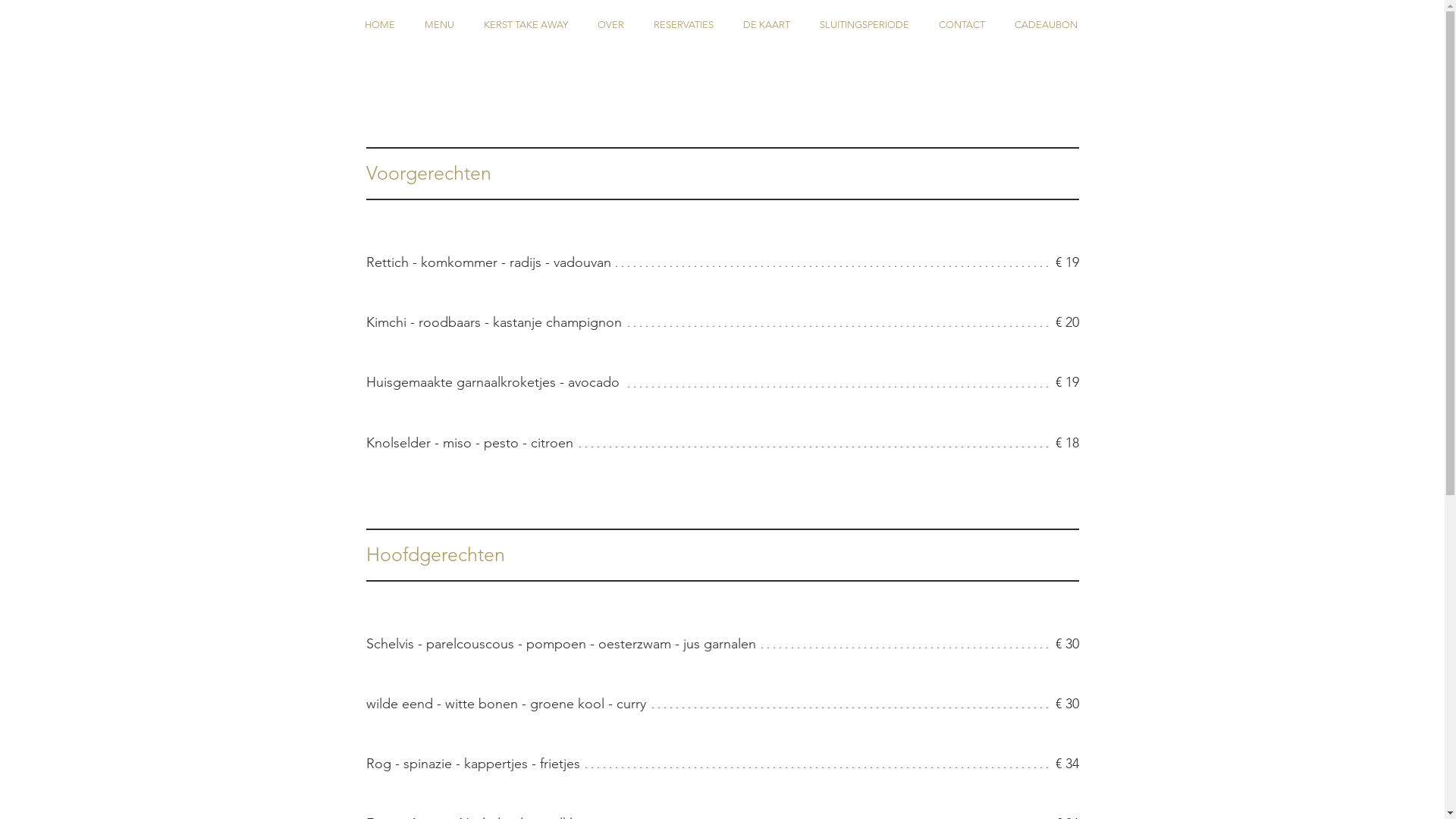 The height and width of the screenshot is (819, 1456). What do you see at coordinates (610, 24) in the screenshot?
I see `'OVER'` at bounding box center [610, 24].